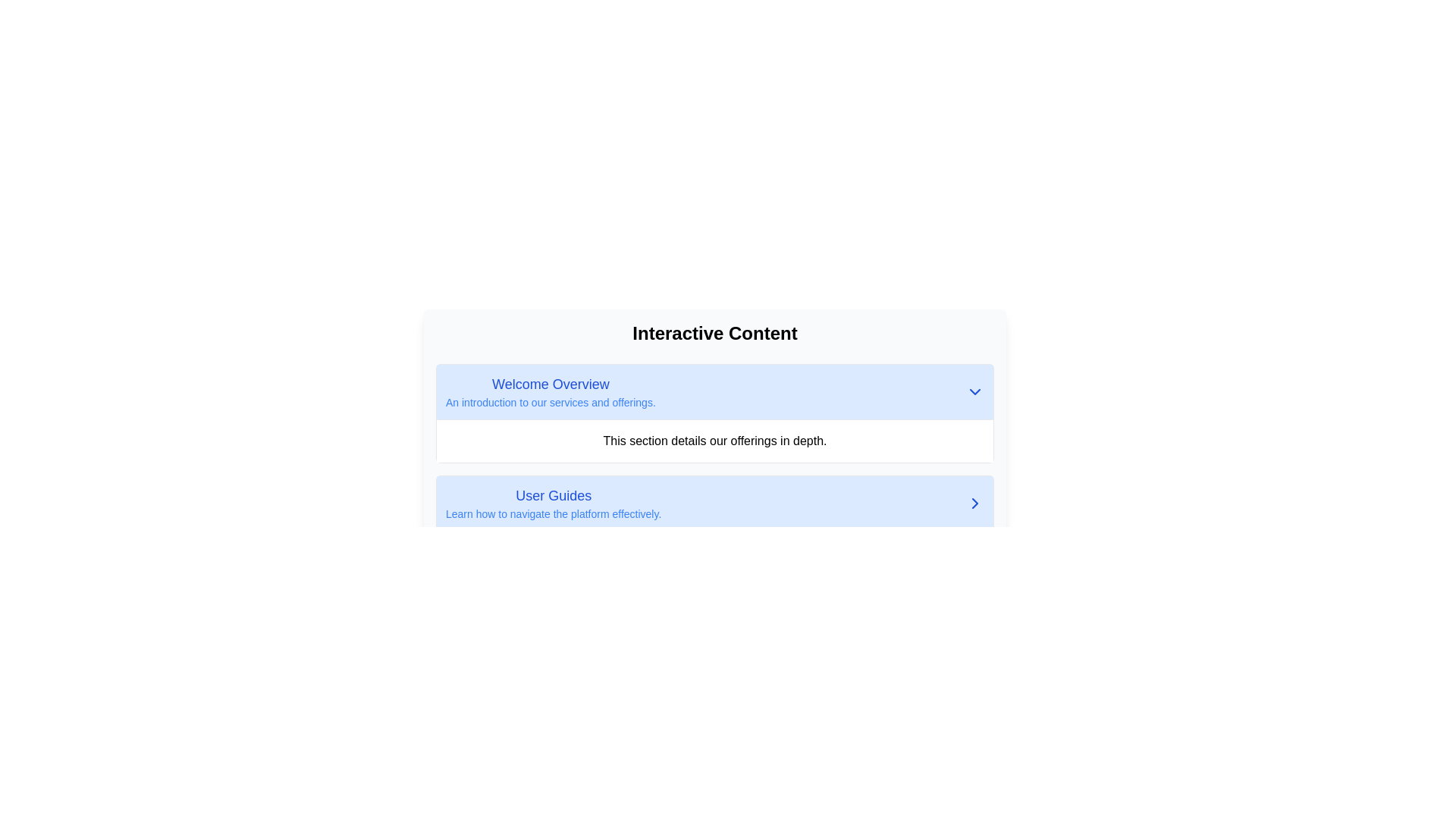 The width and height of the screenshot is (1456, 819). Describe the element at coordinates (975, 391) in the screenshot. I see `the chevron icon in the top-right corner of the 'Welcome Overview' card` at that location.